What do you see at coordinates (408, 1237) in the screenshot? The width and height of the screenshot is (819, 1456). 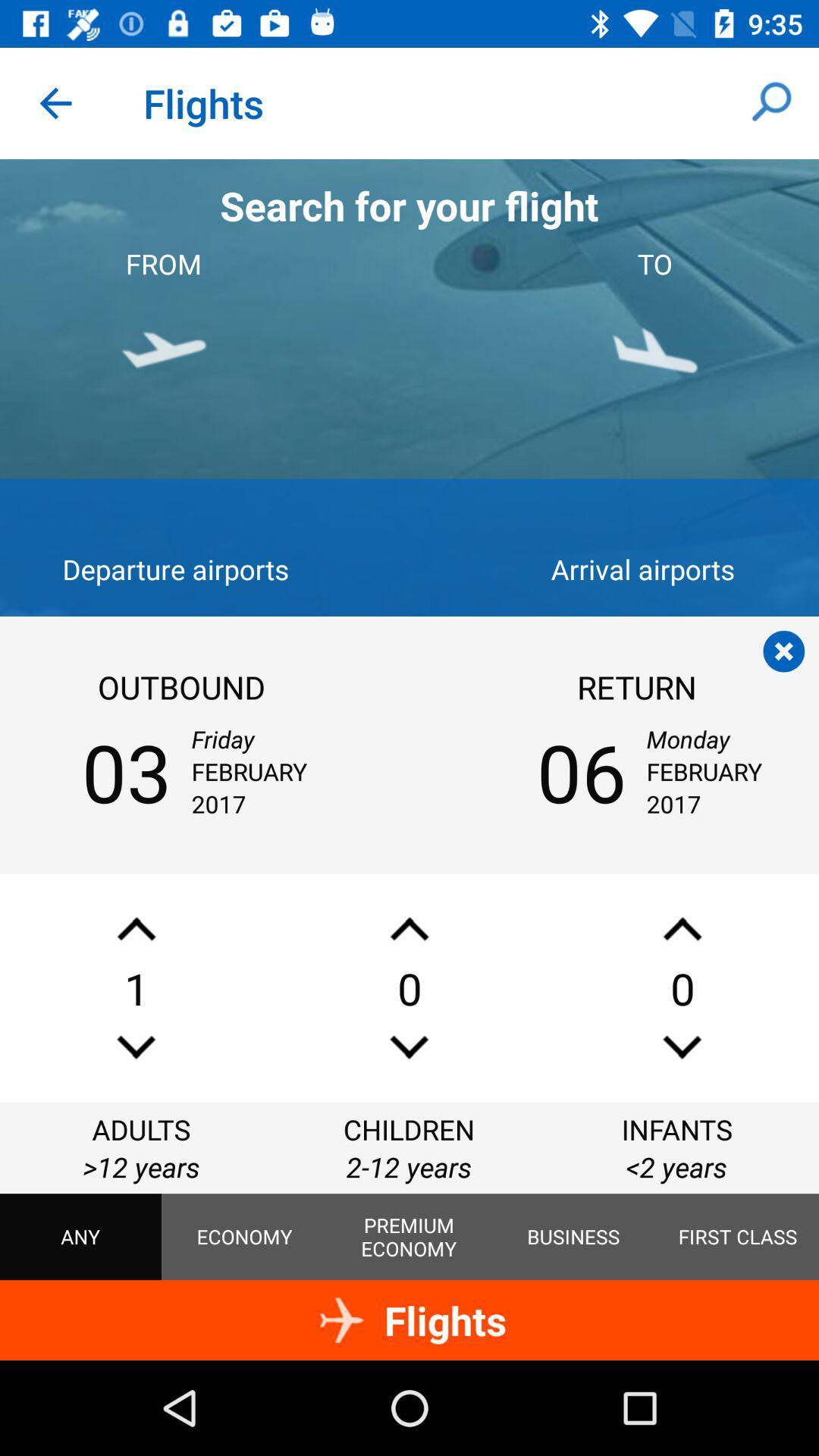 I see `icon next to the economy item` at bounding box center [408, 1237].